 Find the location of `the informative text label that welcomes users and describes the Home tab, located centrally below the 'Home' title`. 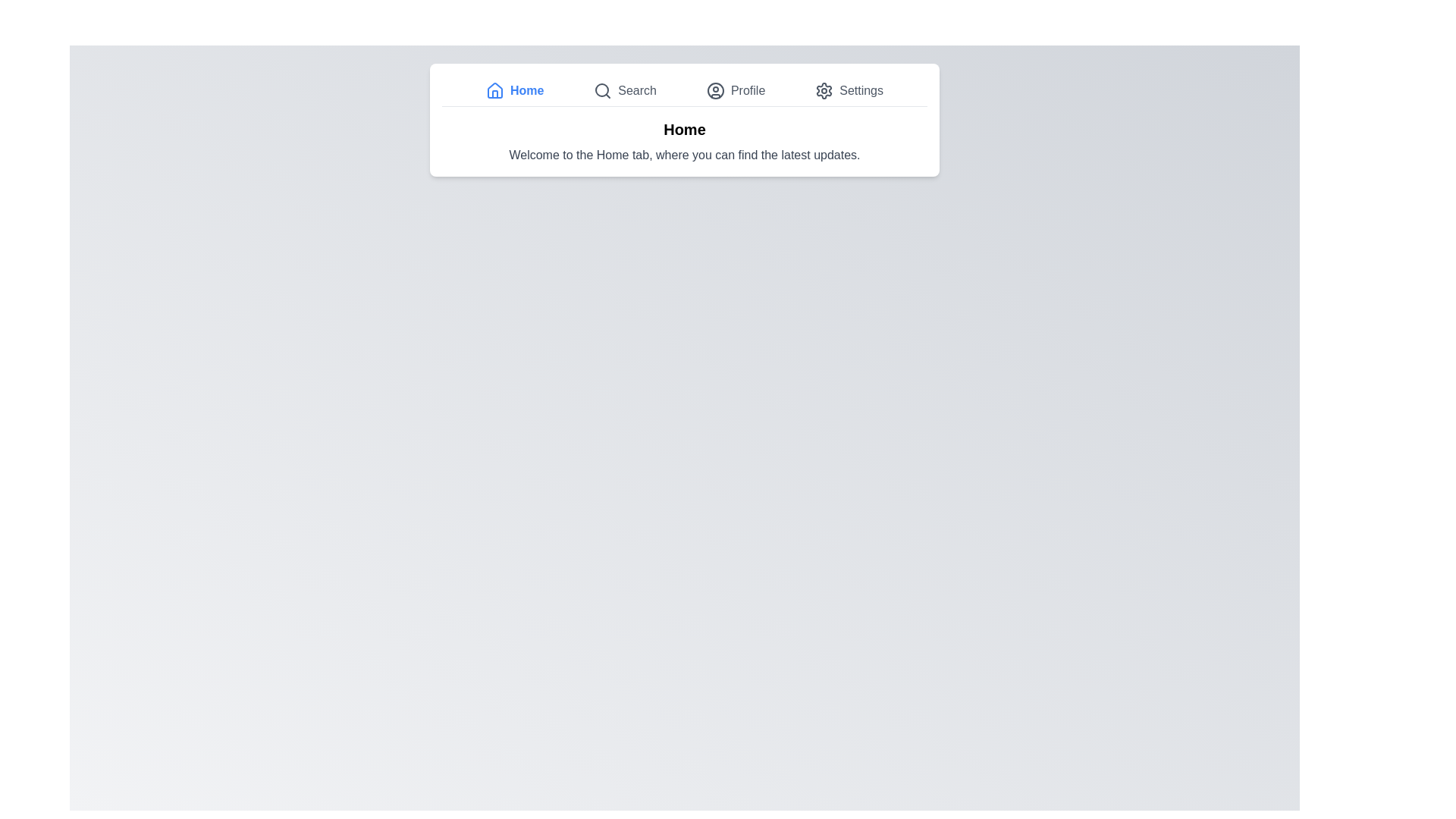

the informative text label that welcomes users and describes the Home tab, located centrally below the 'Home' title is located at coordinates (683, 155).